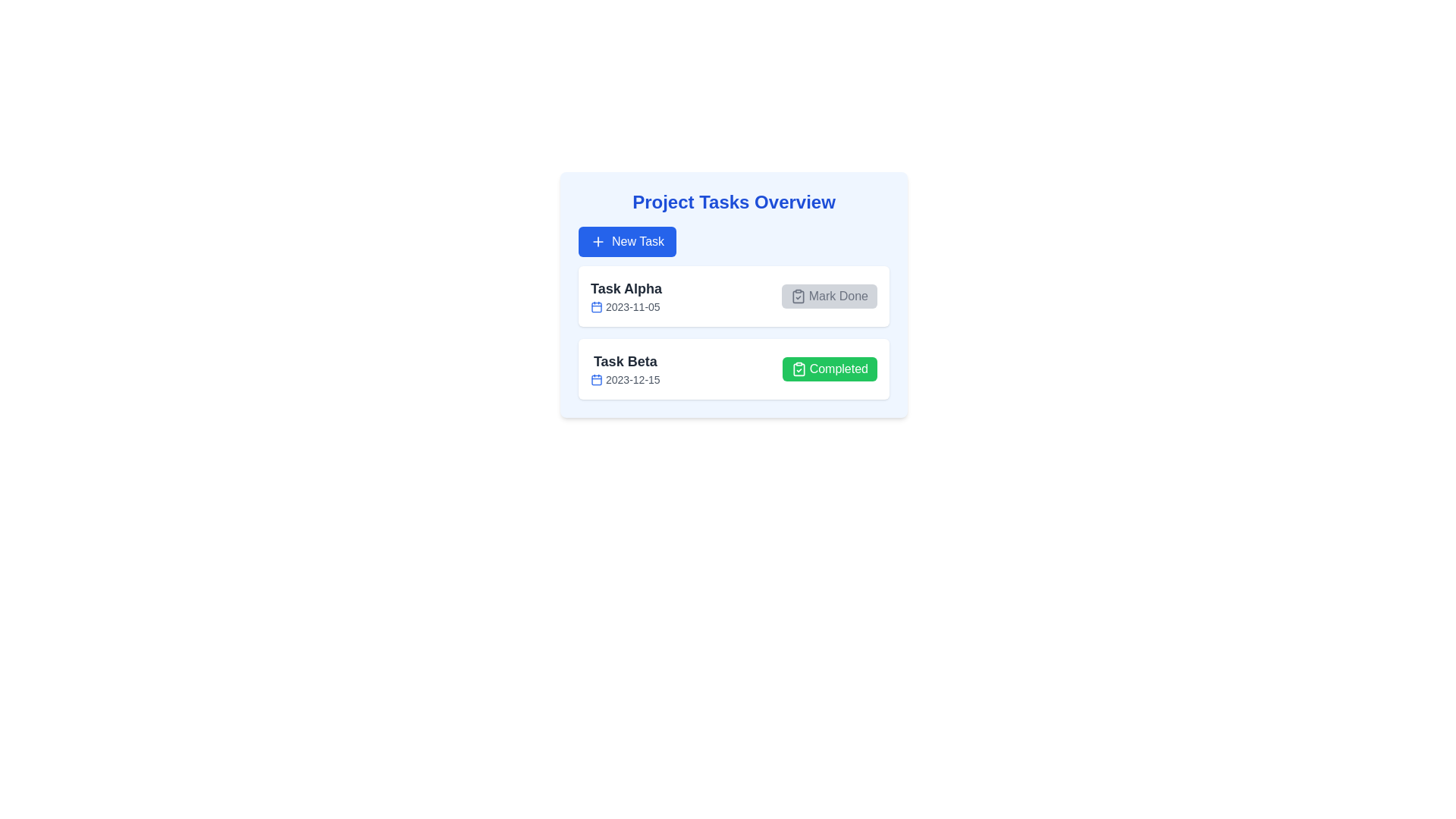 This screenshot has height=819, width=1456. I want to click on the date display component, which consists of a blue calendar icon and the date '2023-11-05' in a small gray font, located within the card titled 'Task Alpha', so click(626, 307).